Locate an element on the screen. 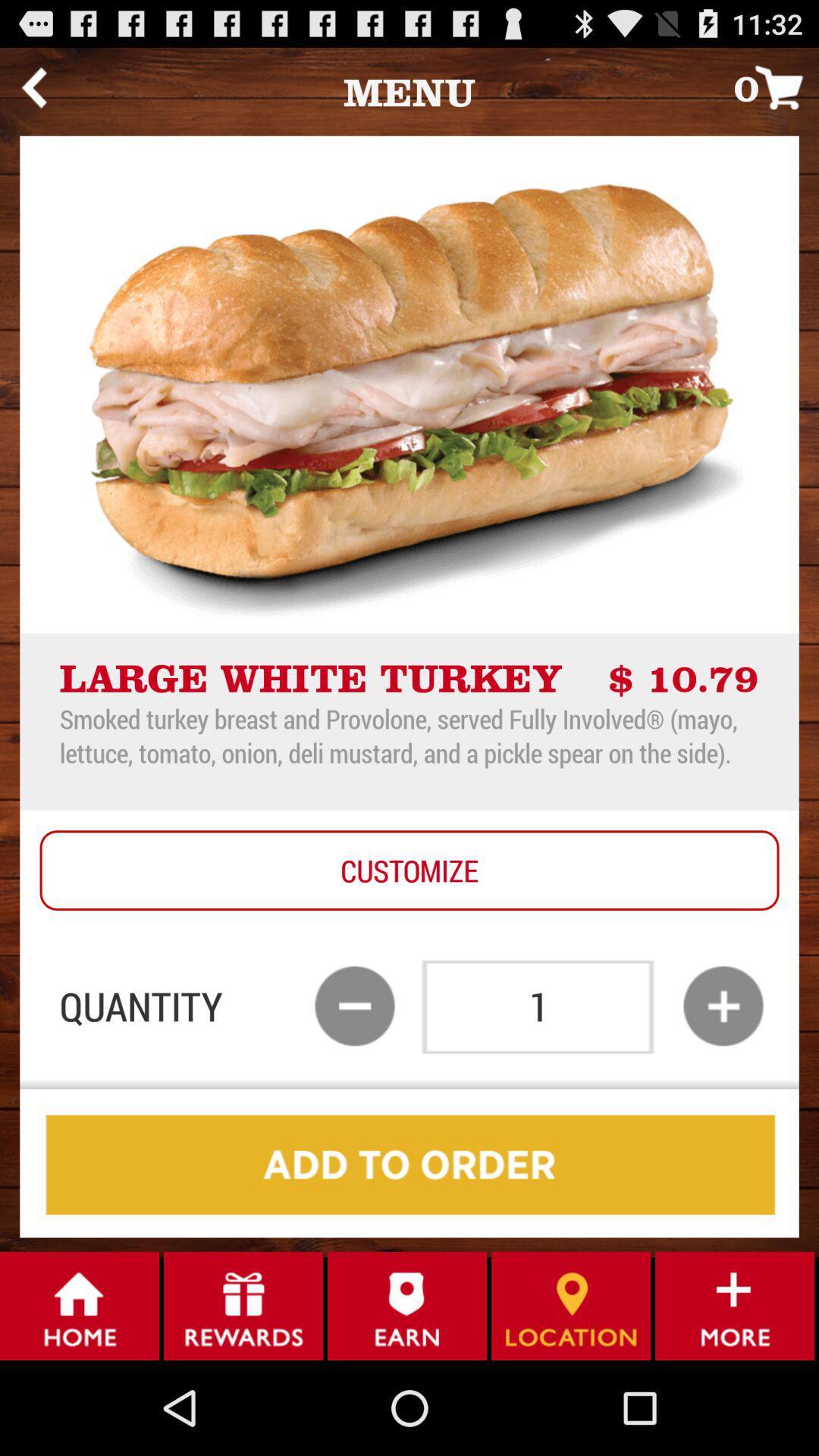 Image resolution: width=819 pixels, height=1456 pixels. the 0 app is located at coordinates (776, 86).